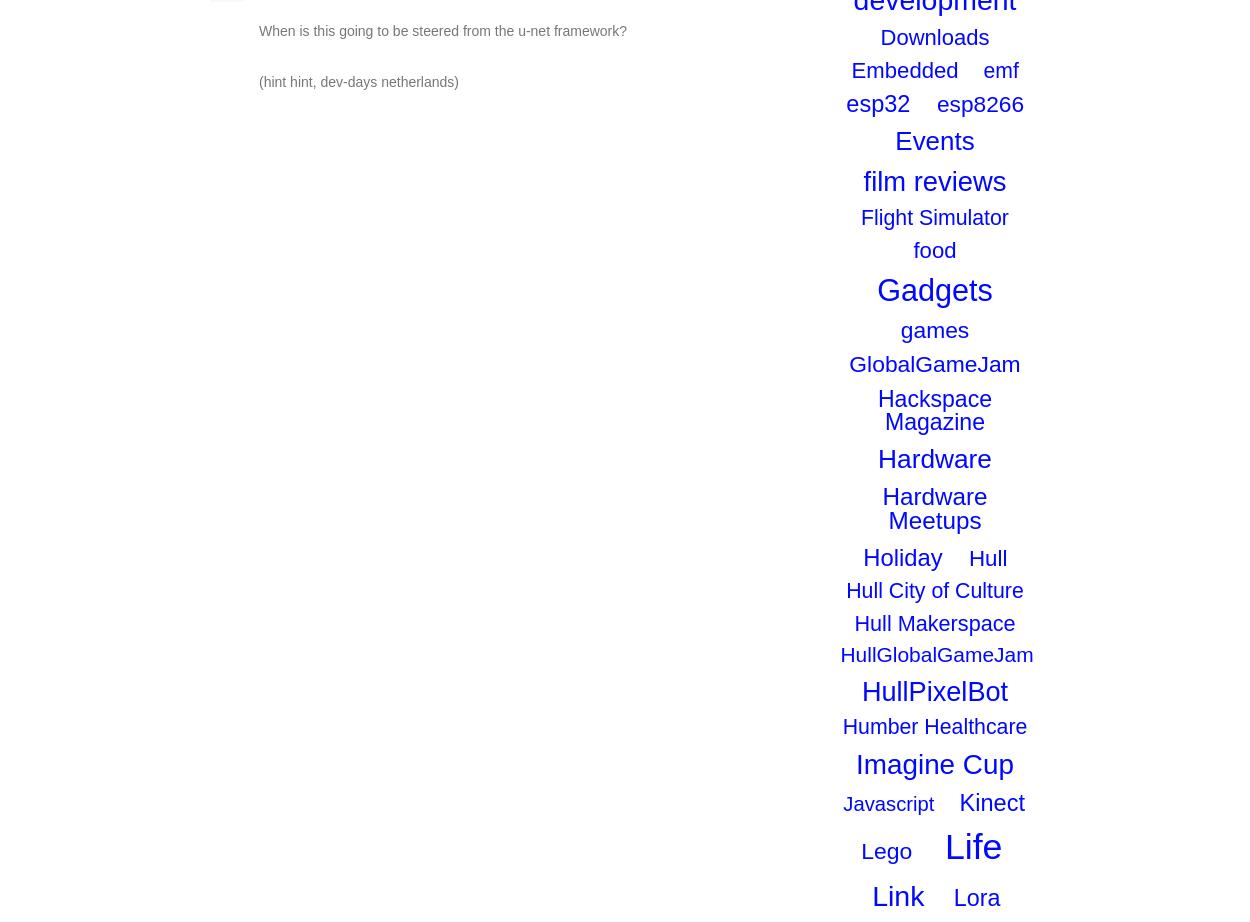 The height and width of the screenshot is (922, 1250). What do you see at coordinates (934, 762) in the screenshot?
I see `'Imagine Cup'` at bounding box center [934, 762].